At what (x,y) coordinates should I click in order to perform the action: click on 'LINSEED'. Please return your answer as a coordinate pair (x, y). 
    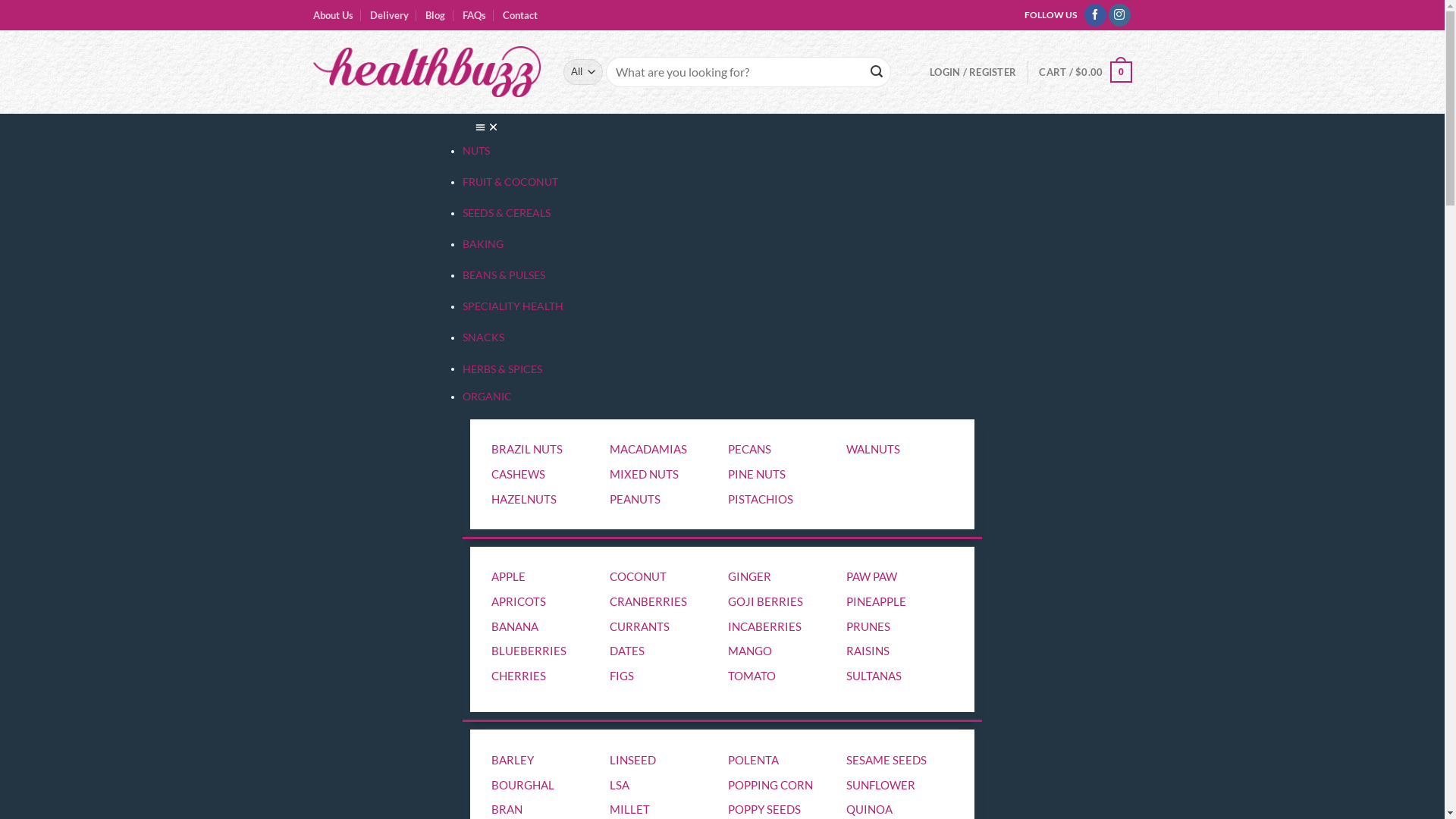
    Looking at the image, I should click on (632, 760).